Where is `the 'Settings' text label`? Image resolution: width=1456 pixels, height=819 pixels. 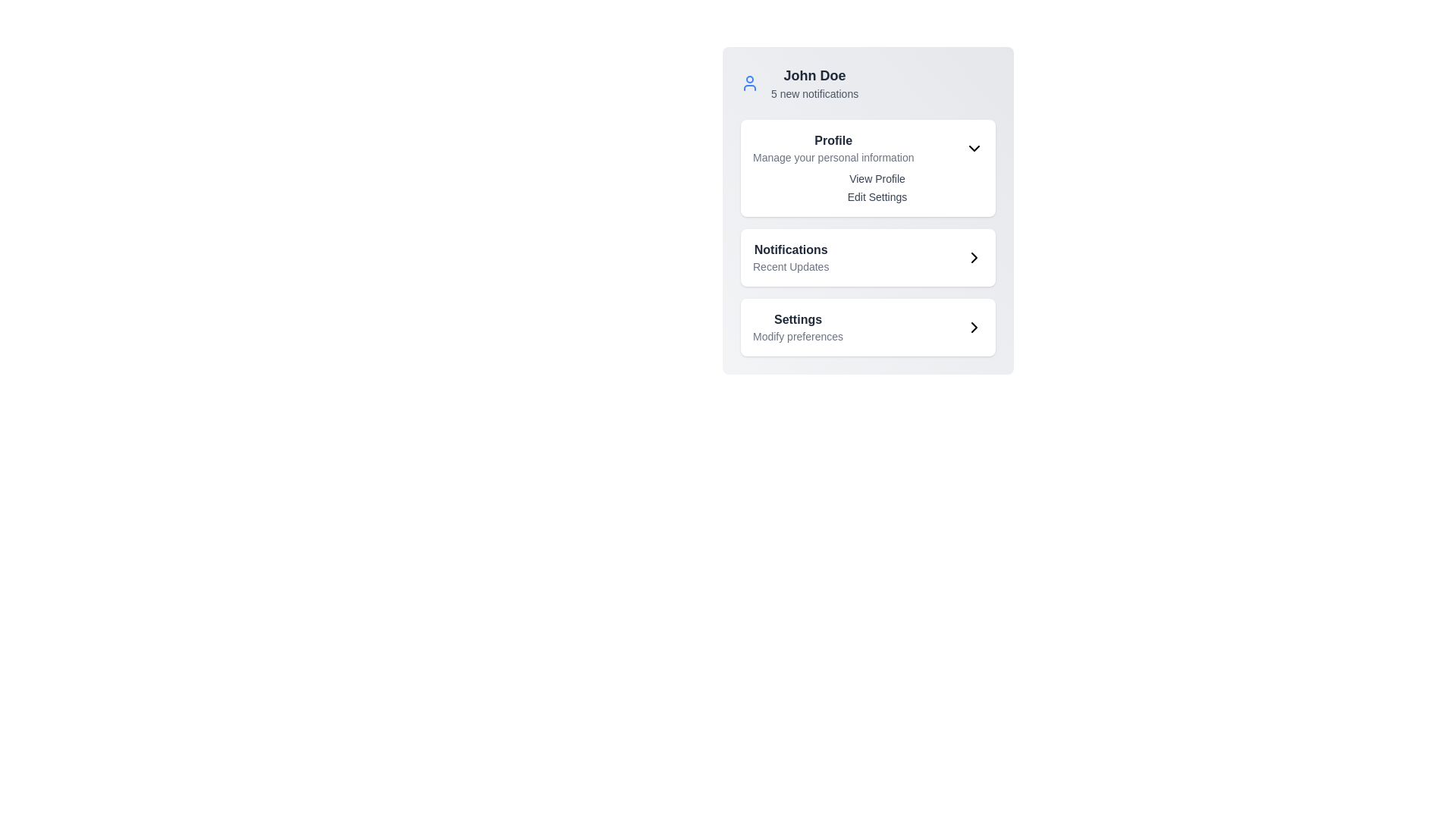 the 'Settings' text label is located at coordinates (797, 327).